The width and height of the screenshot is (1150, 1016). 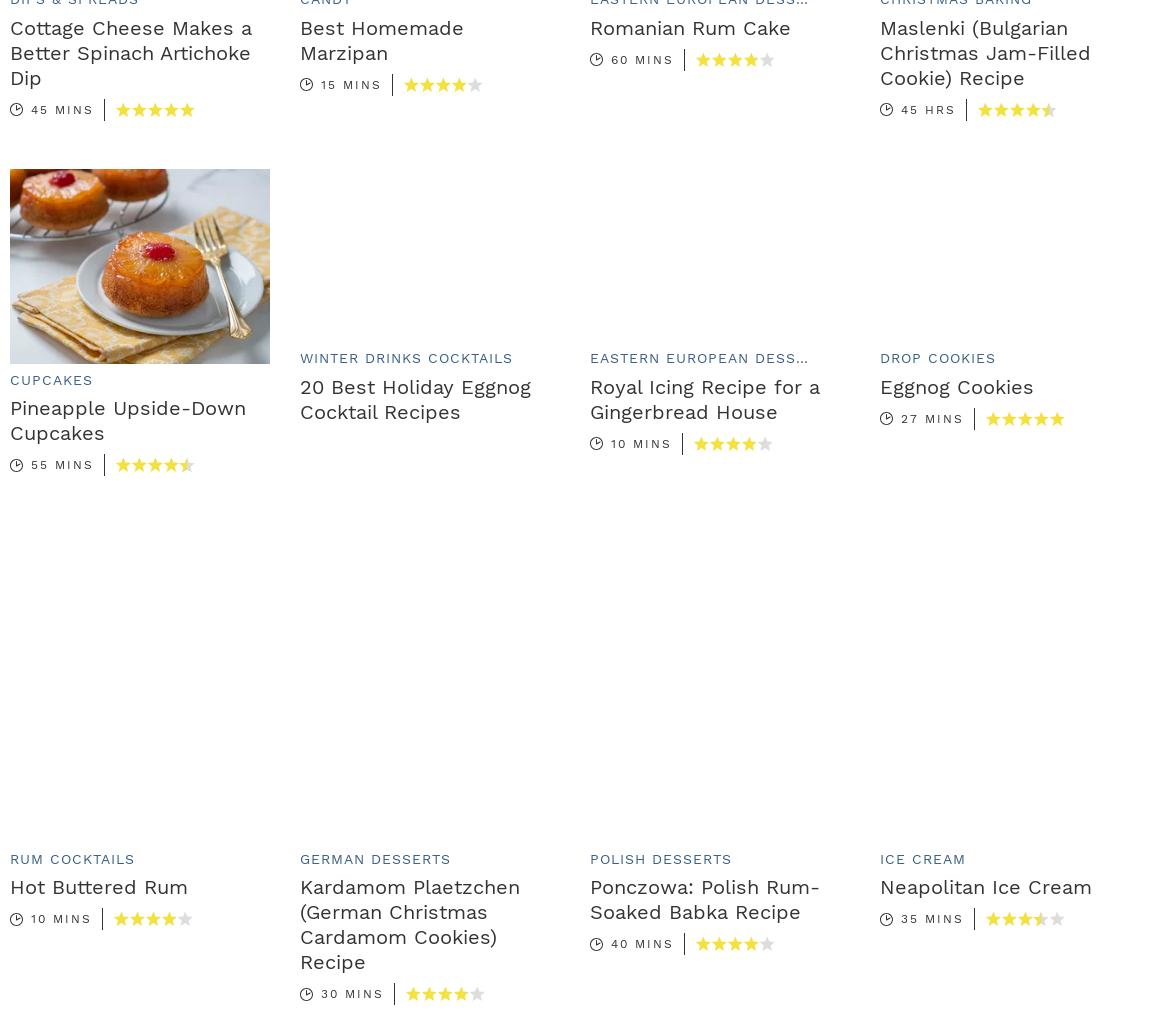 What do you see at coordinates (641, 58) in the screenshot?
I see `'60 mins'` at bounding box center [641, 58].